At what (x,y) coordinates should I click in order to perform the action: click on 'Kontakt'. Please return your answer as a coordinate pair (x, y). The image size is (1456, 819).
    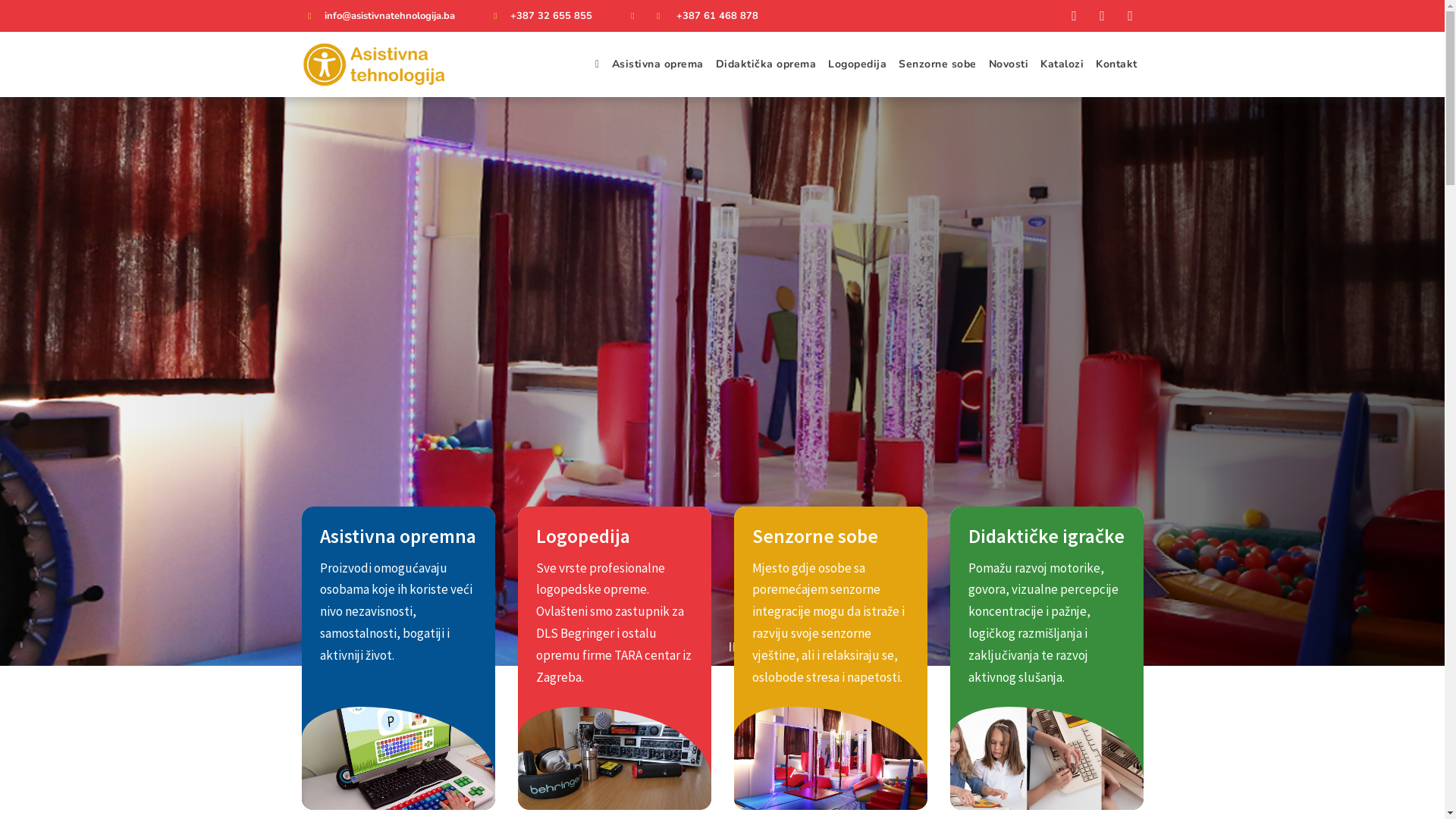
    Looking at the image, I should click on (1116, 63).